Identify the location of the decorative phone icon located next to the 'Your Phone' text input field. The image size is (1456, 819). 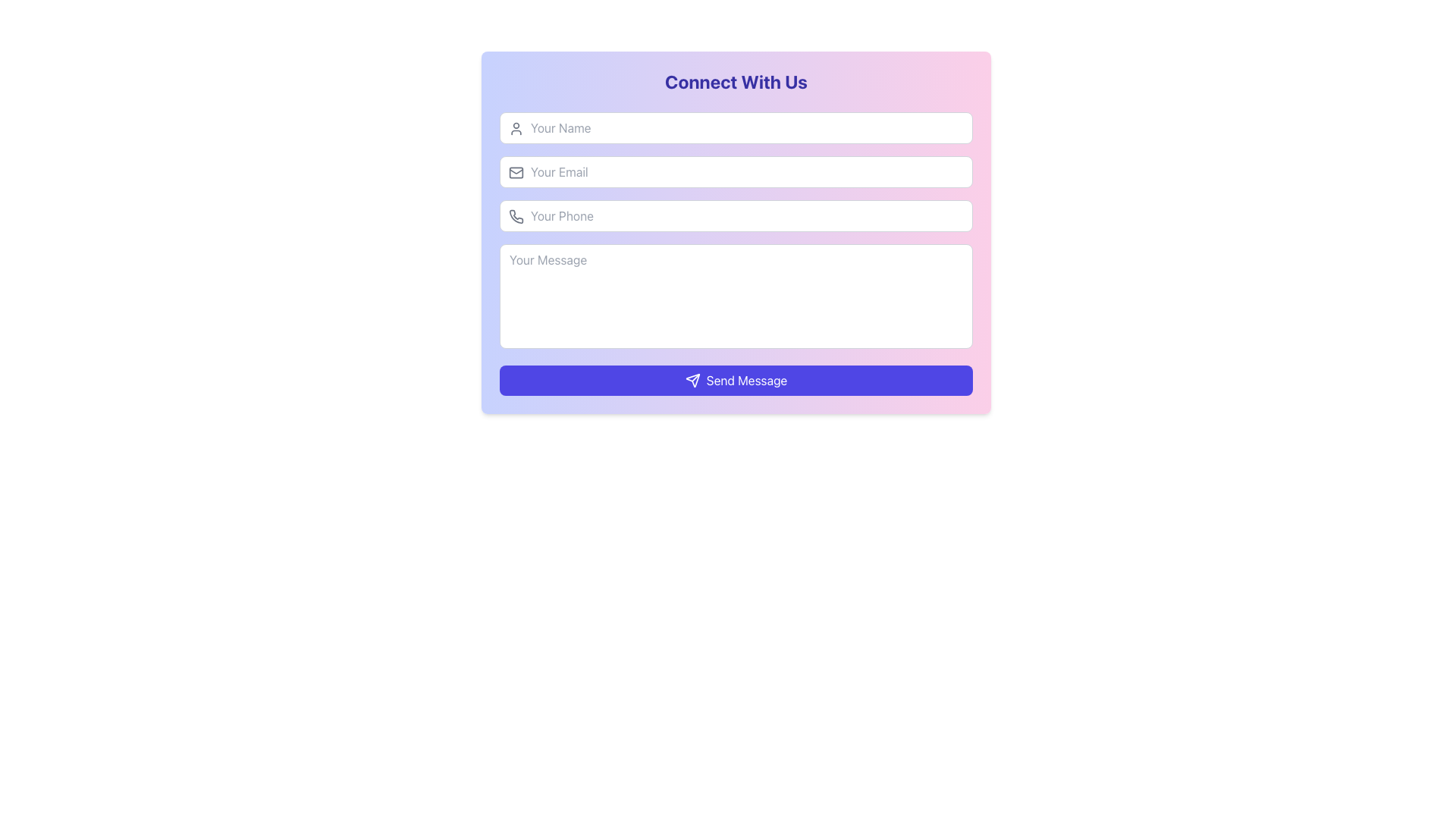
(516, 216).